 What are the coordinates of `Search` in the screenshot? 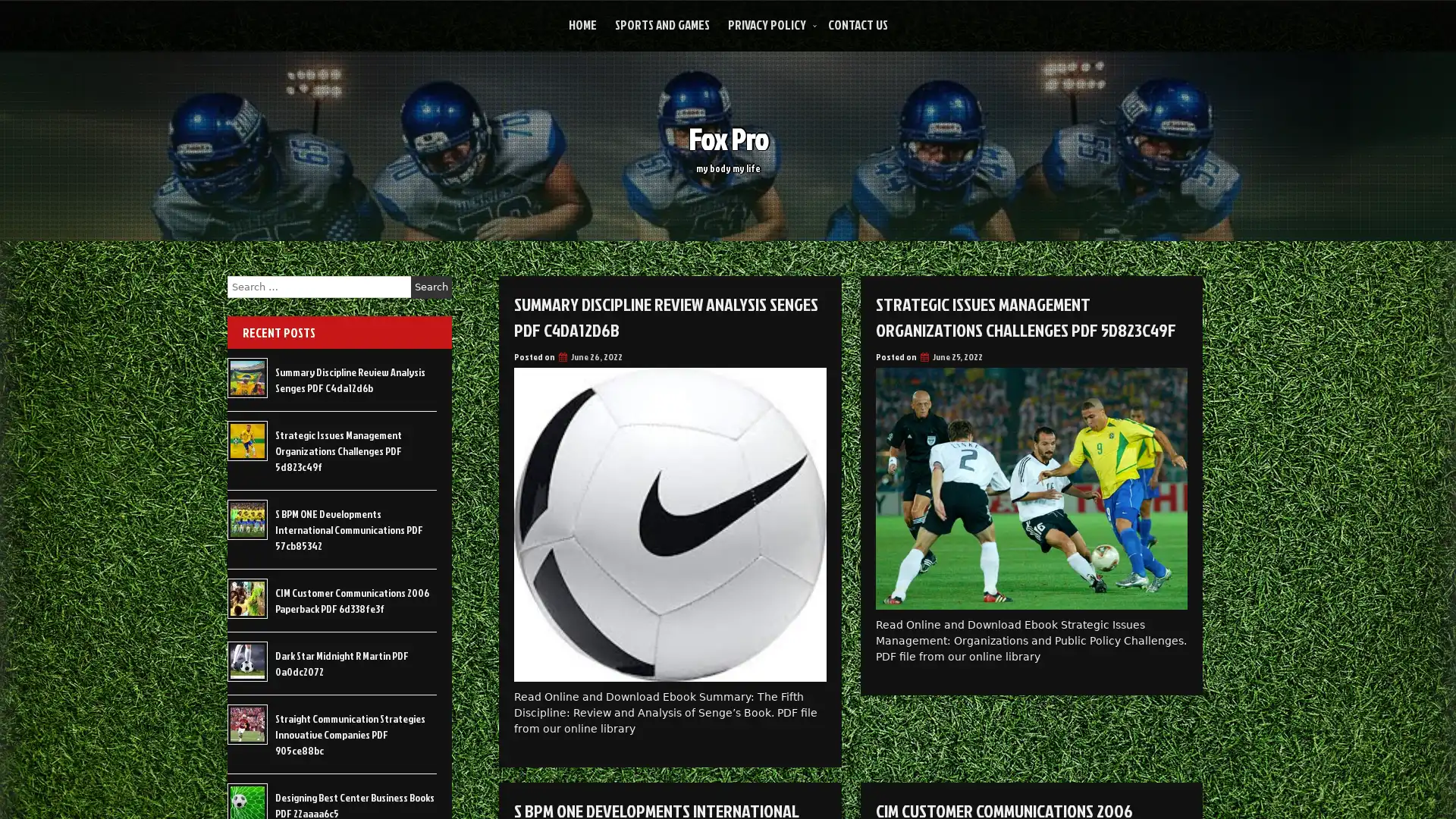 It's located at (431, 287).